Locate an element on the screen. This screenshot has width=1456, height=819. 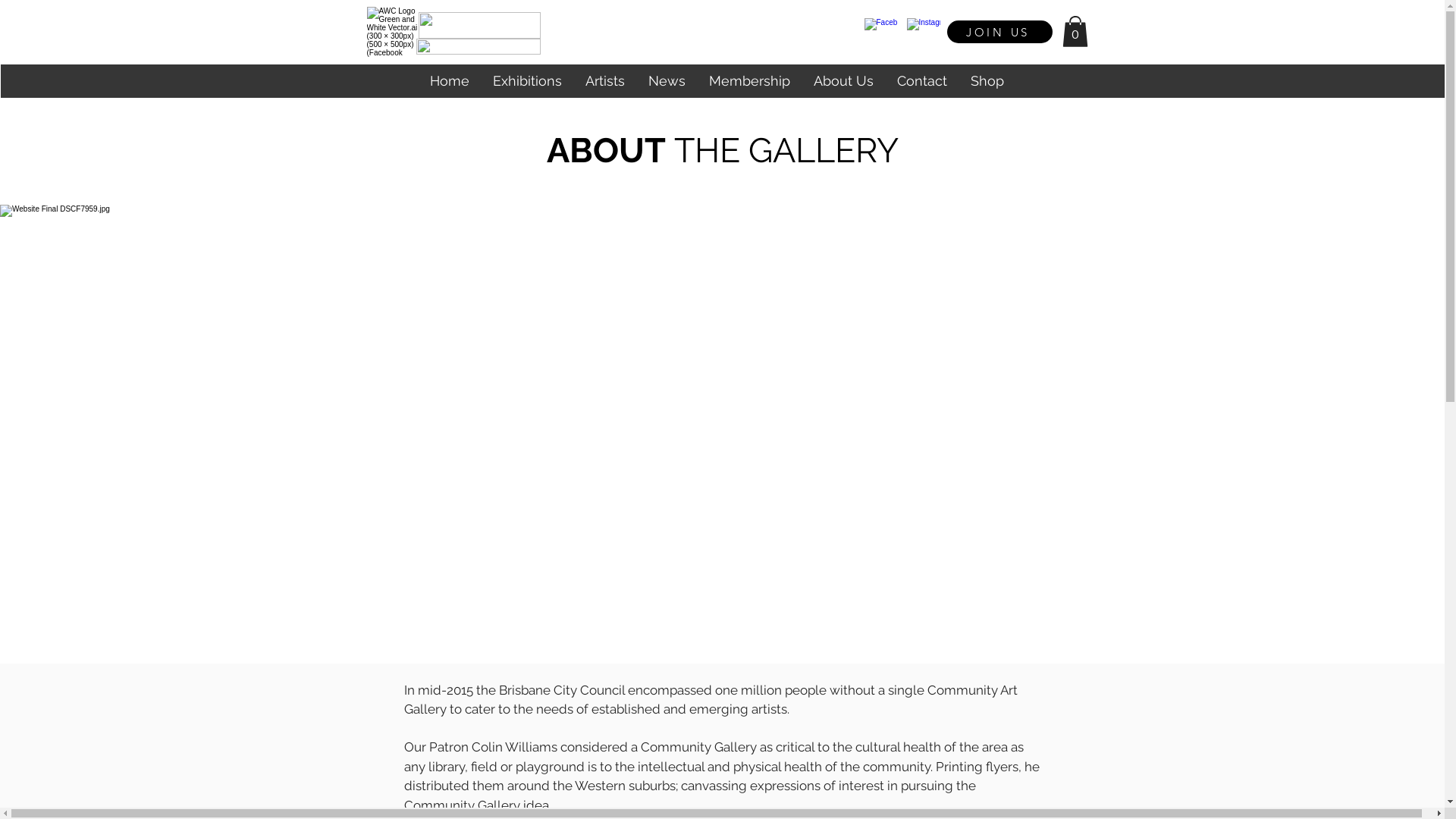
'Contact' is located at coordinates (884, 81).